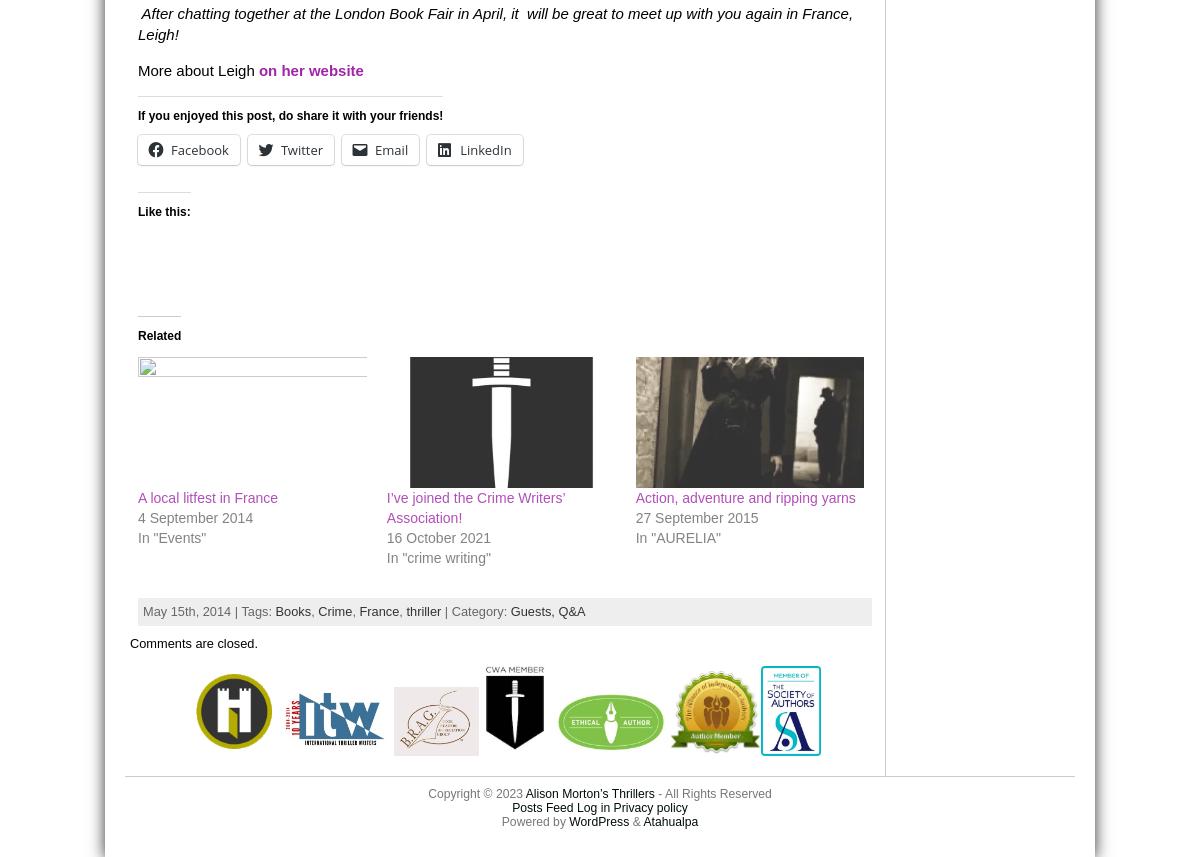 The image size is (1200, 857). What do you see at coordinates (163, 211) in the screenshot?
I see `'Like this:'` at bounding box center [163, 211].